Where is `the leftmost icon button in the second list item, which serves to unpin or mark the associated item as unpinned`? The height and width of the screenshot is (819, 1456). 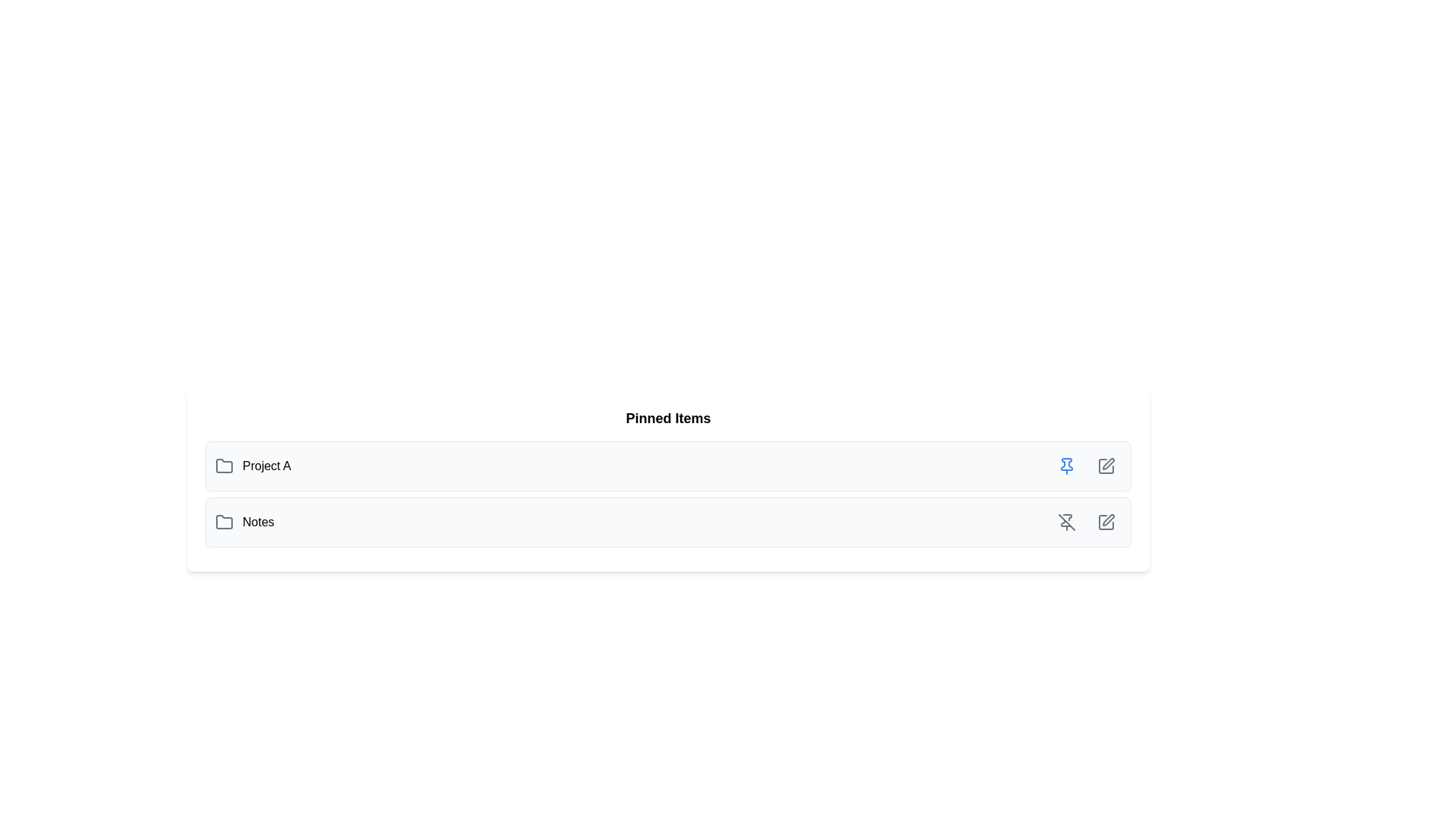
the leftmost icon button in the second list item, which serves to unpin or mark the associated item as unpinned is located at coordinates (1065, 522).